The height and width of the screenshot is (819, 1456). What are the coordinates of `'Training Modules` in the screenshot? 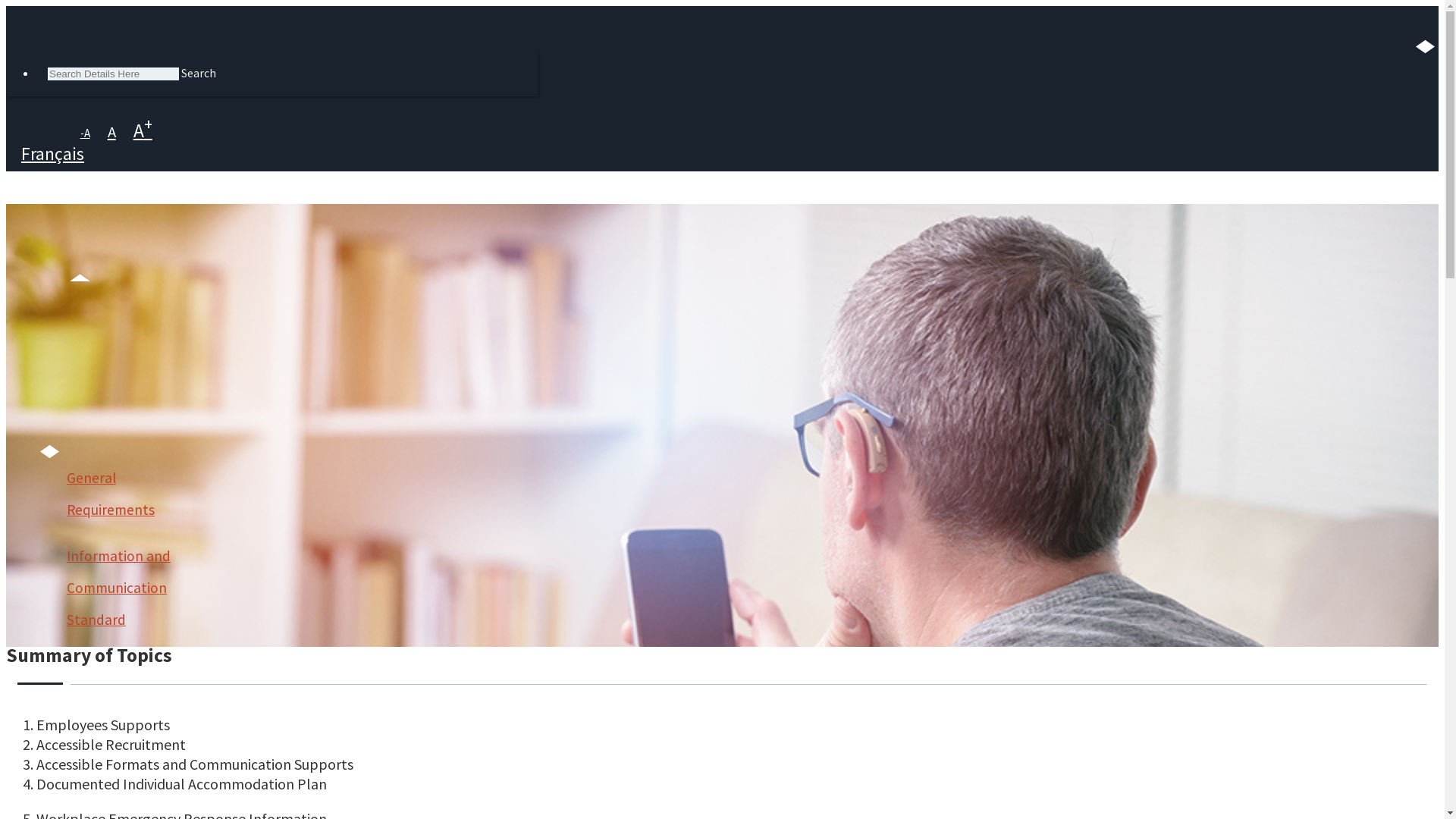 It's located at (90, 438).